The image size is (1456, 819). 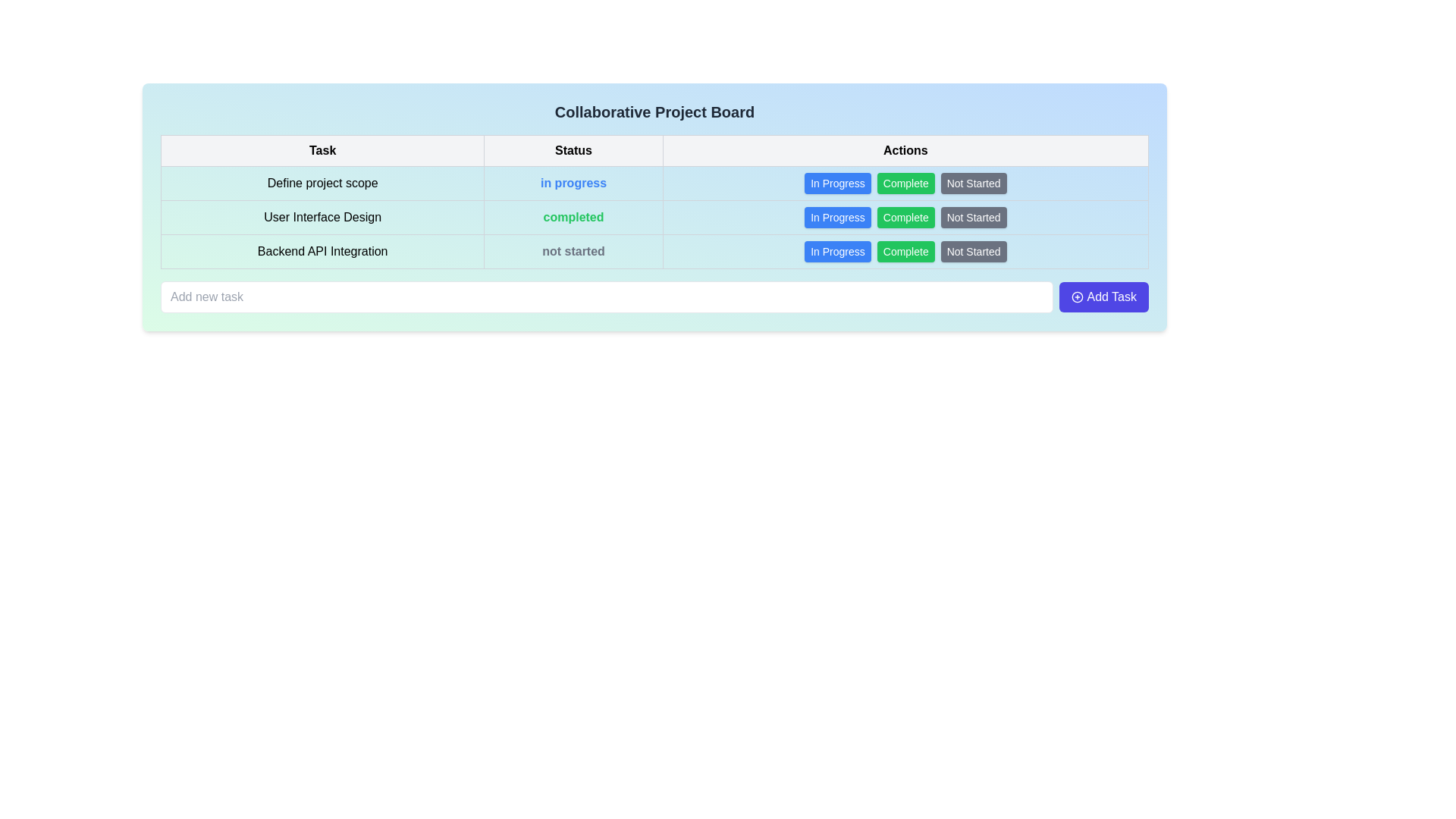 What do you see at coordinates (836, 183) in the screenshot?
I see `the blue button labeled 'In Progress' to set the task to In Progress` at bounding box center [836, 183].